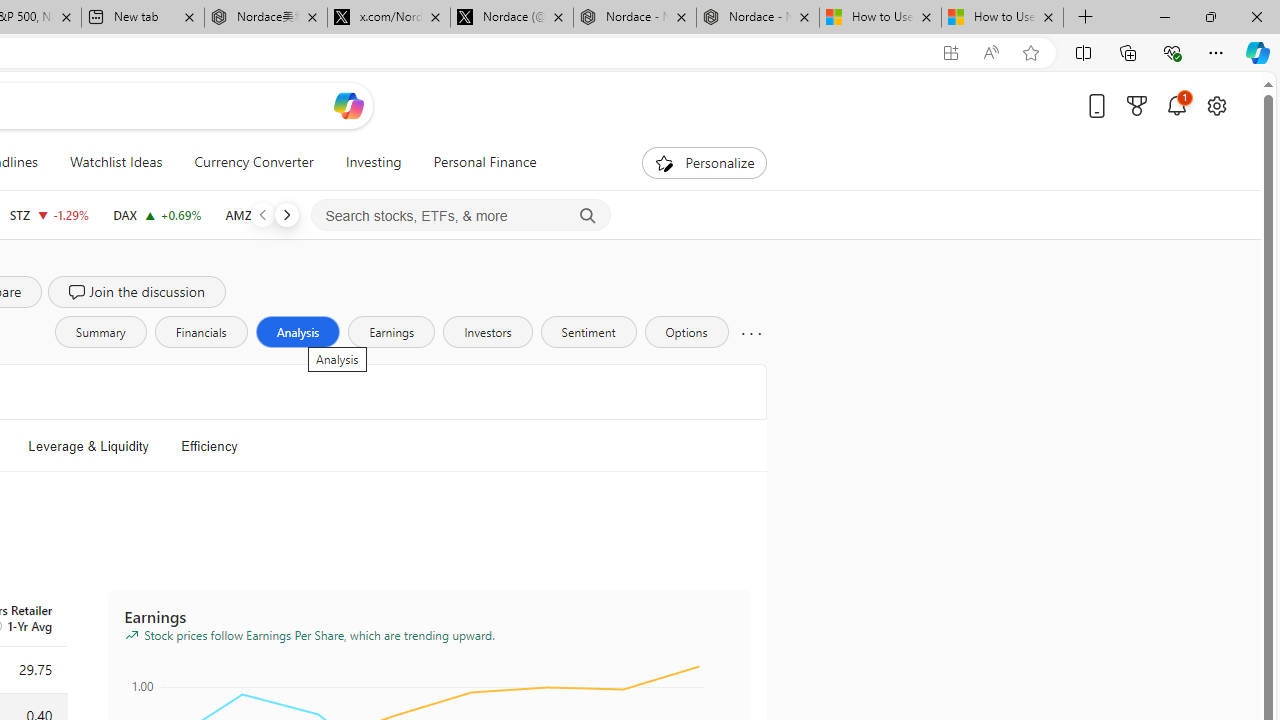  Describe the element at coordinates (156, 214) in the screenshot. I see `'DAX DAX increase 18,810.38 +128.57 +0.69%'` at that location.